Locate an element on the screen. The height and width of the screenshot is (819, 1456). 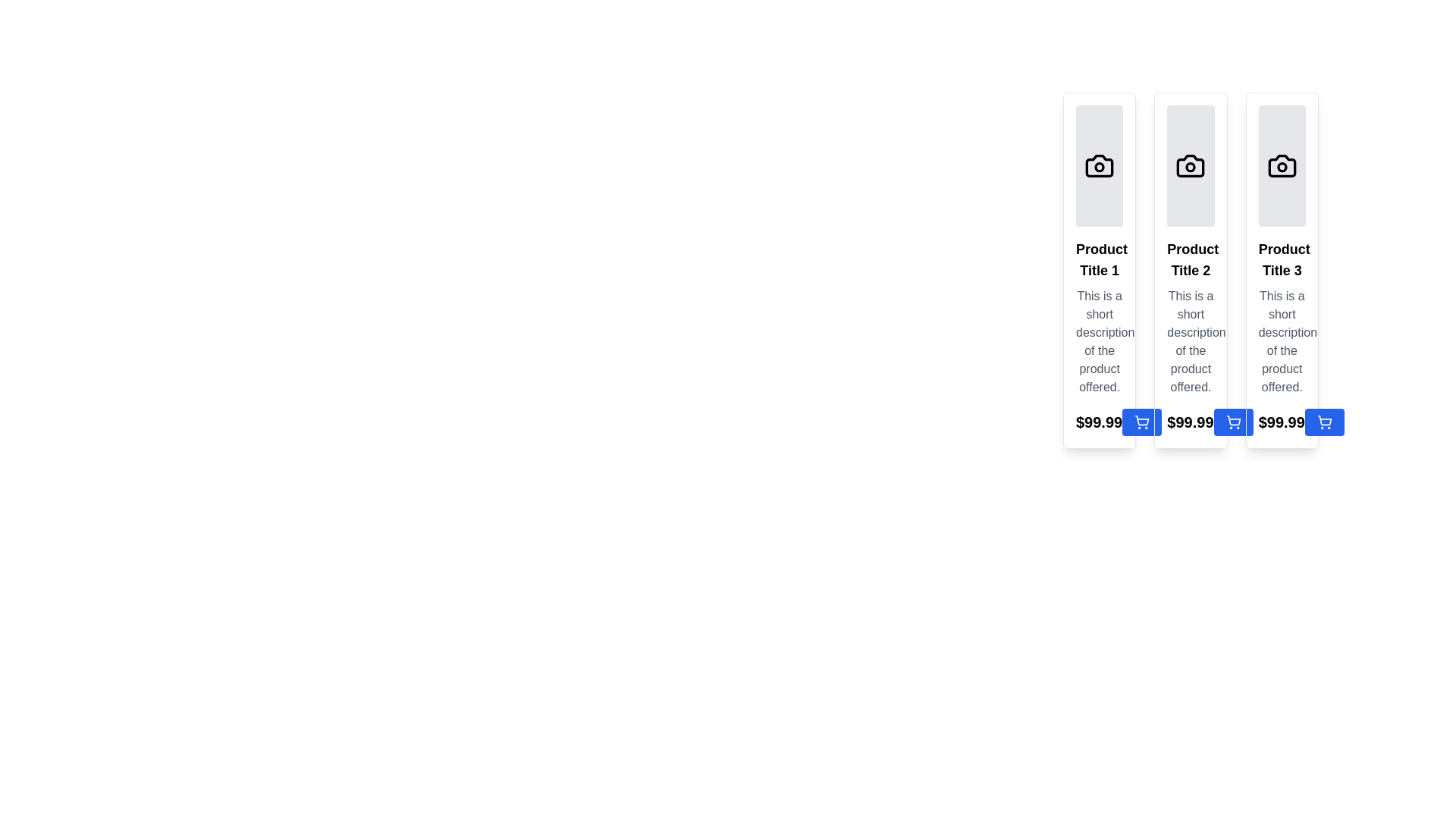
the informational text element that provides a brief description of the product listed in the card, located between 'Product Title 3' and the '$99.99' price is located at coordinates (1281, 342).